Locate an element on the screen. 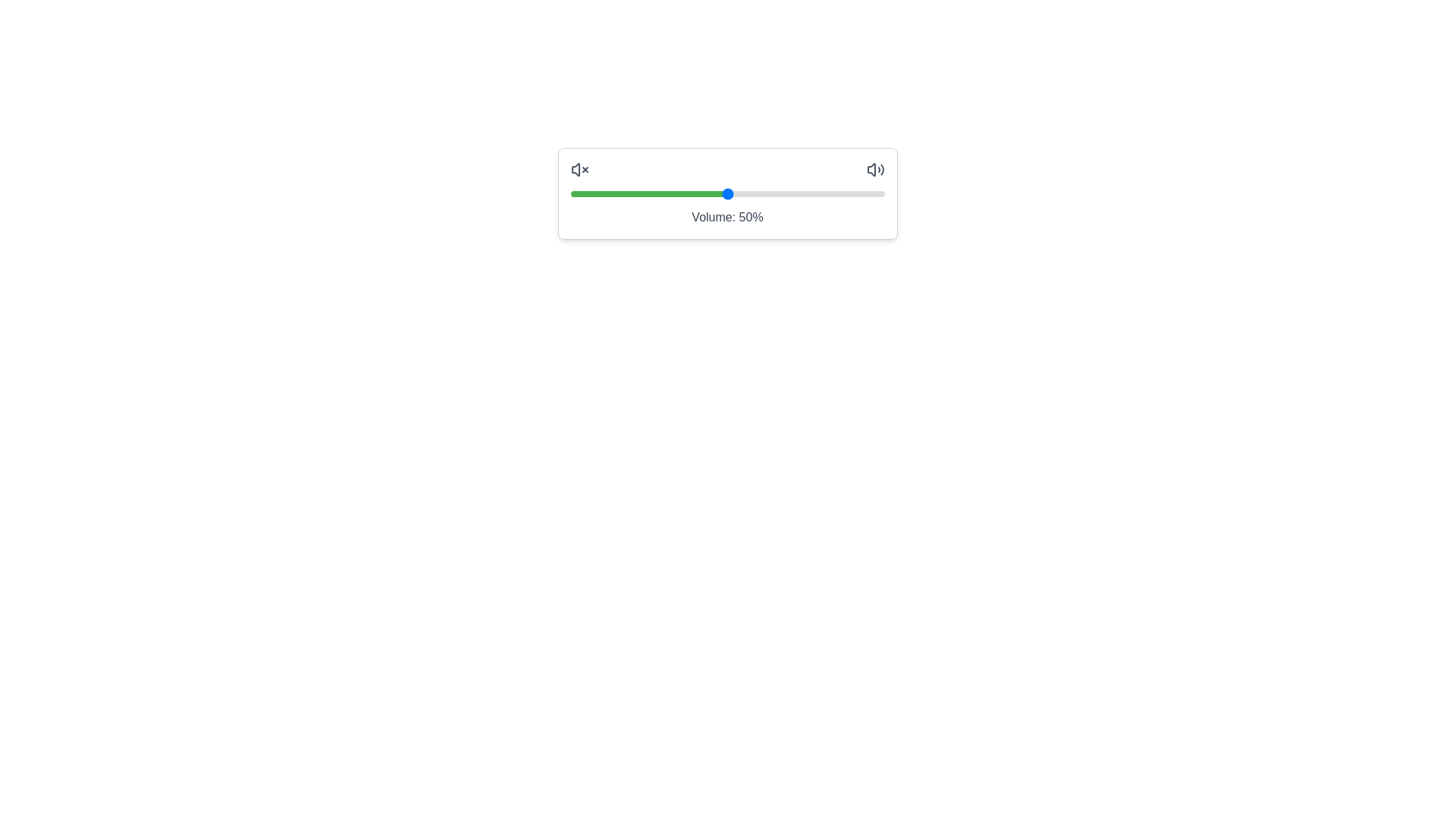 Image resolution: width=1456 pixels, height=819 pixels. the triangular portion of the speaker icon located in the top-right corner of the volume control interface, which represents sound and is part of a minimalistic speaker graphic is located at coordinates (871, 169).